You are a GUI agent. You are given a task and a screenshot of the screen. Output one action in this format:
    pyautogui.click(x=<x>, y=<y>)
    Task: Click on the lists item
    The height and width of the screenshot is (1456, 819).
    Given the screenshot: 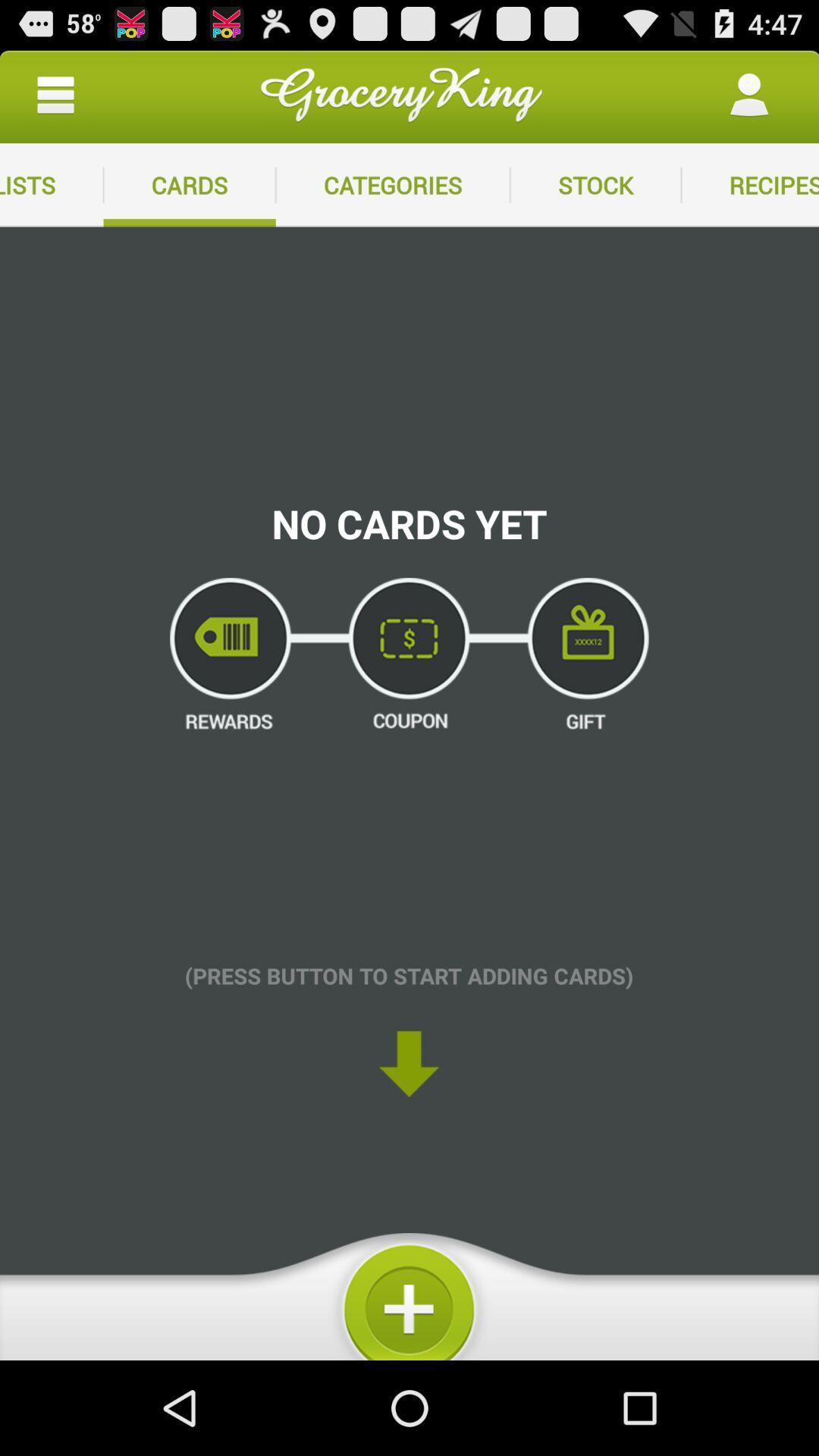 What is the action you would take?
    pyautogui.click(x=51, y=184)
    